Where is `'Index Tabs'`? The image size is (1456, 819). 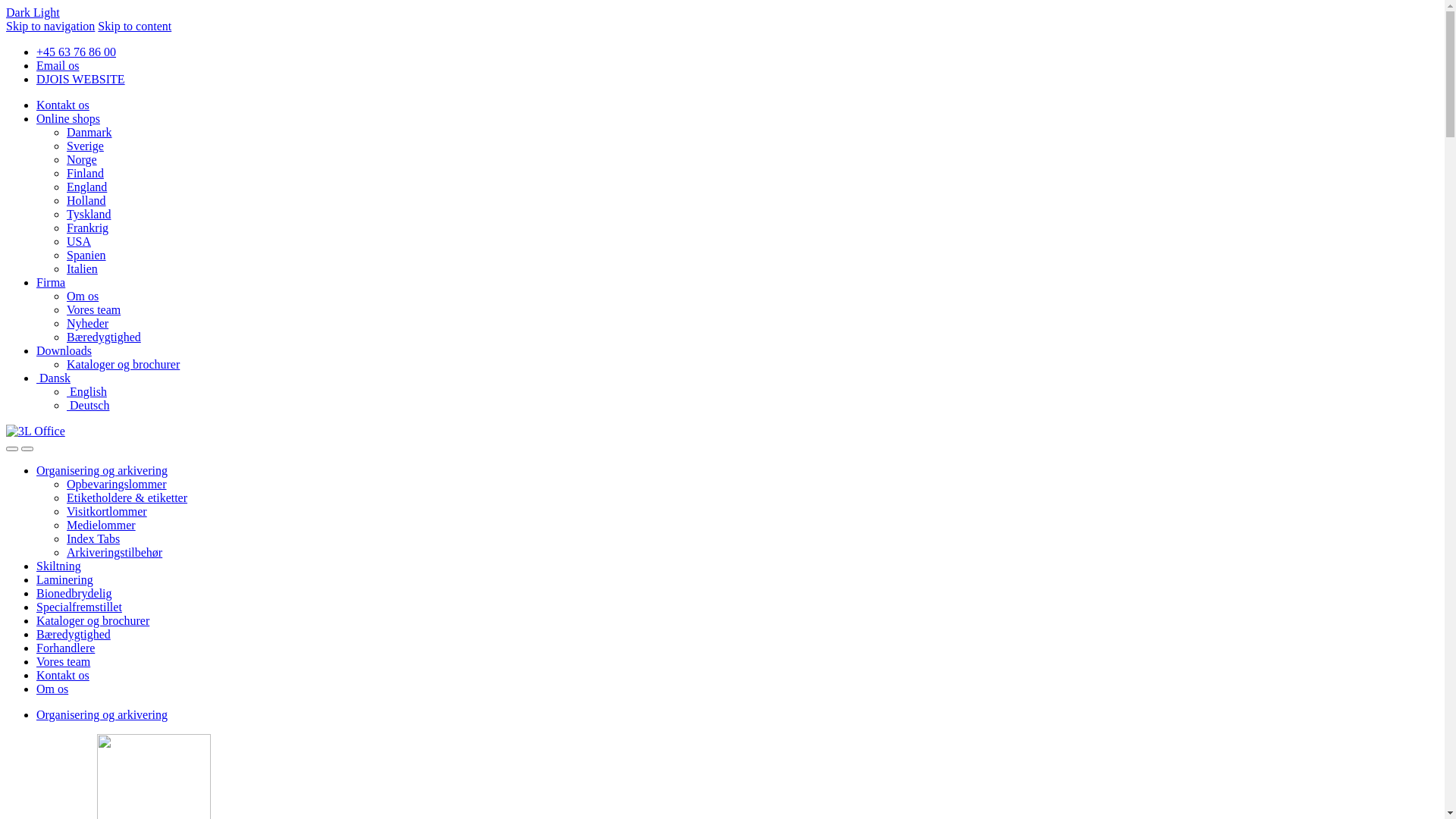 'Index Tabs' is located at coordinates (93, 538).